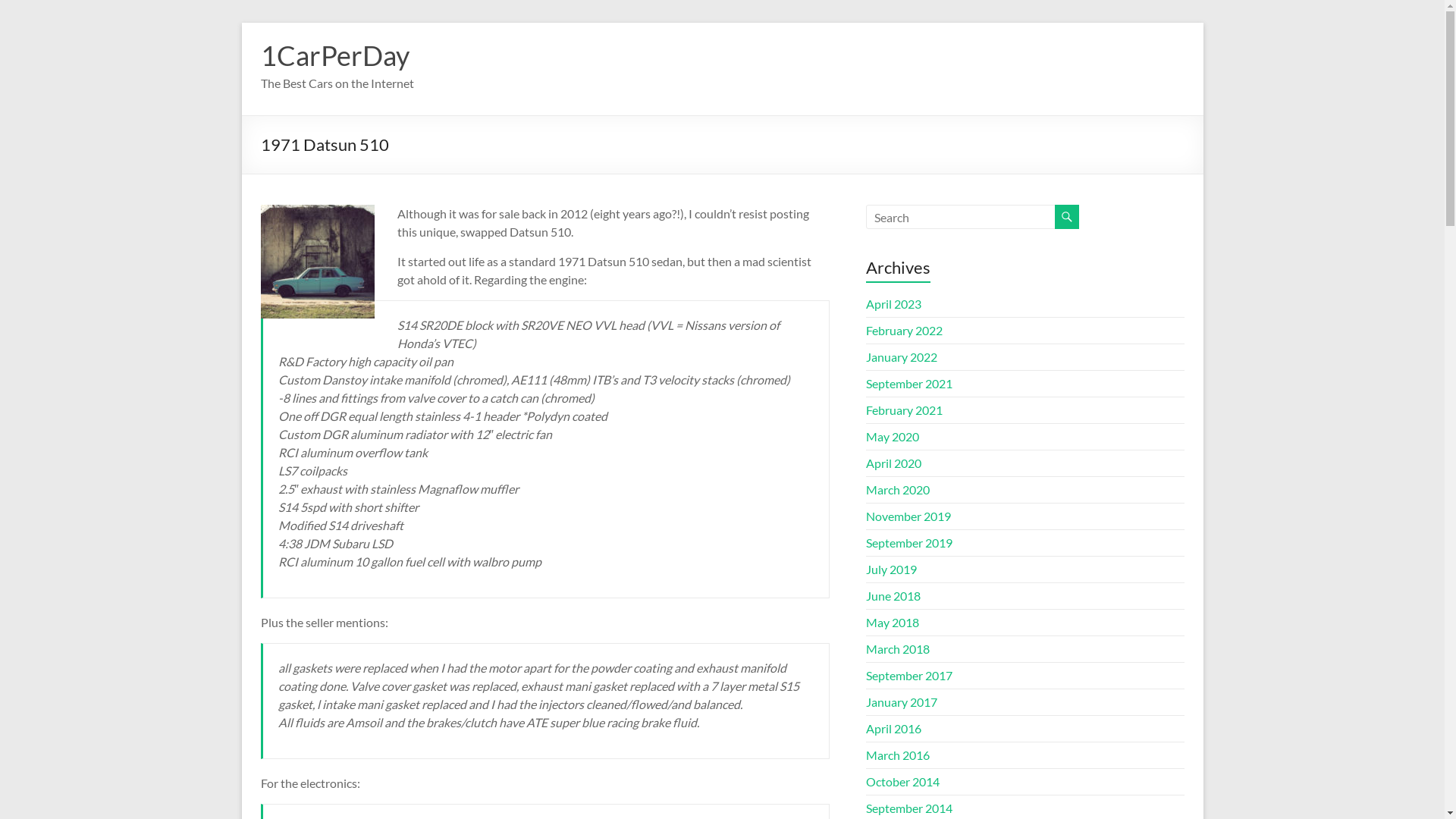  What do you see at coordinates (898, 648) in the screenshot?
I see `'March 2018'` at bounding box center [898, 648].